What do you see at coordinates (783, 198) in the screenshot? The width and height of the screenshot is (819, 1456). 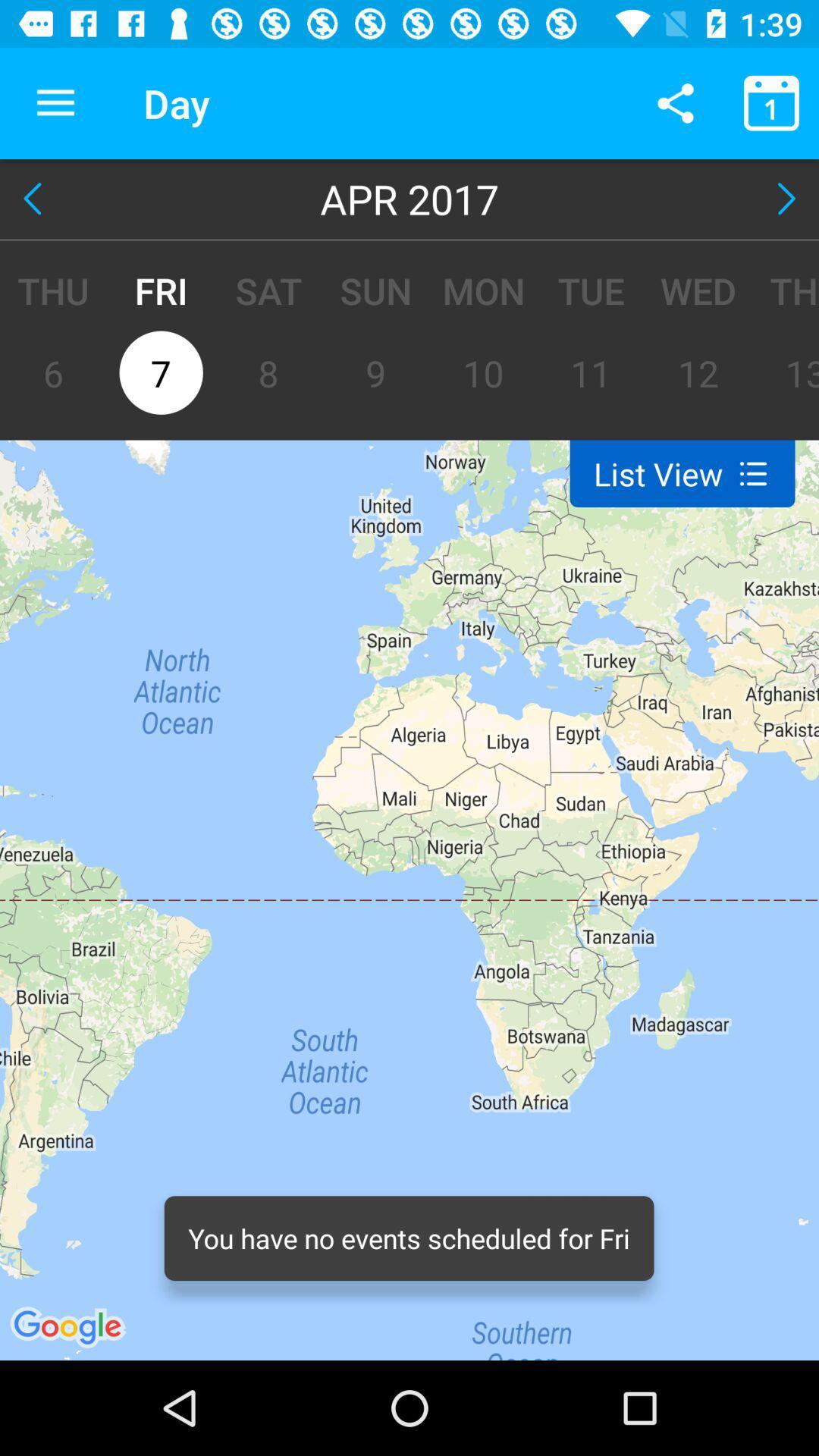 I see `the arrow_forward icon` at bounding box center [783, 198].